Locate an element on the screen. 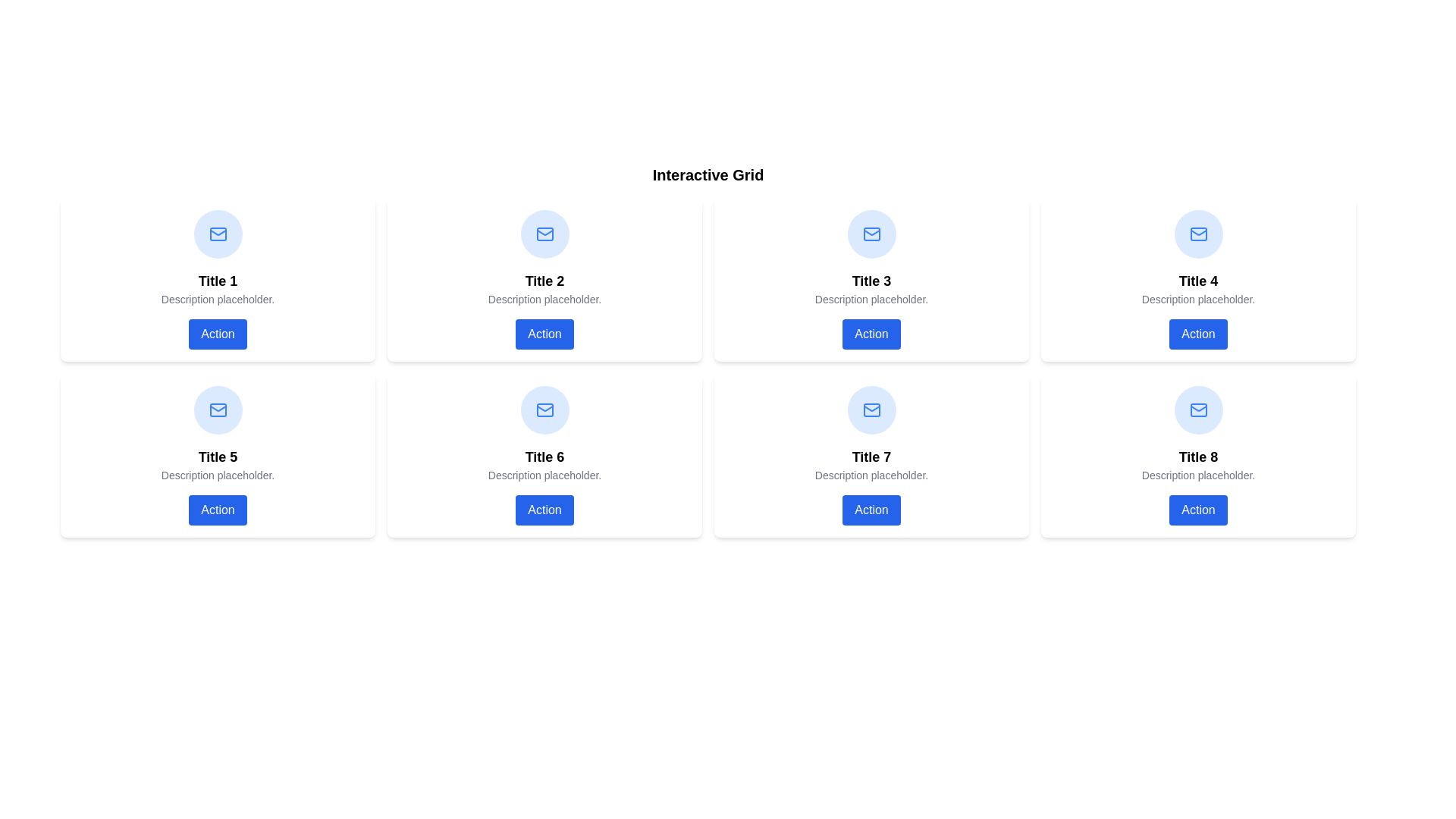 Image resolution: width=1456 pixels, height=819 pixels. title 'Title 6' and description 'Description placeholder.' from the Card component containing an Action Button, which has a white background, rounded corners, and is located in the second row, second column of the grid layout is located at coordinates (544, 455).